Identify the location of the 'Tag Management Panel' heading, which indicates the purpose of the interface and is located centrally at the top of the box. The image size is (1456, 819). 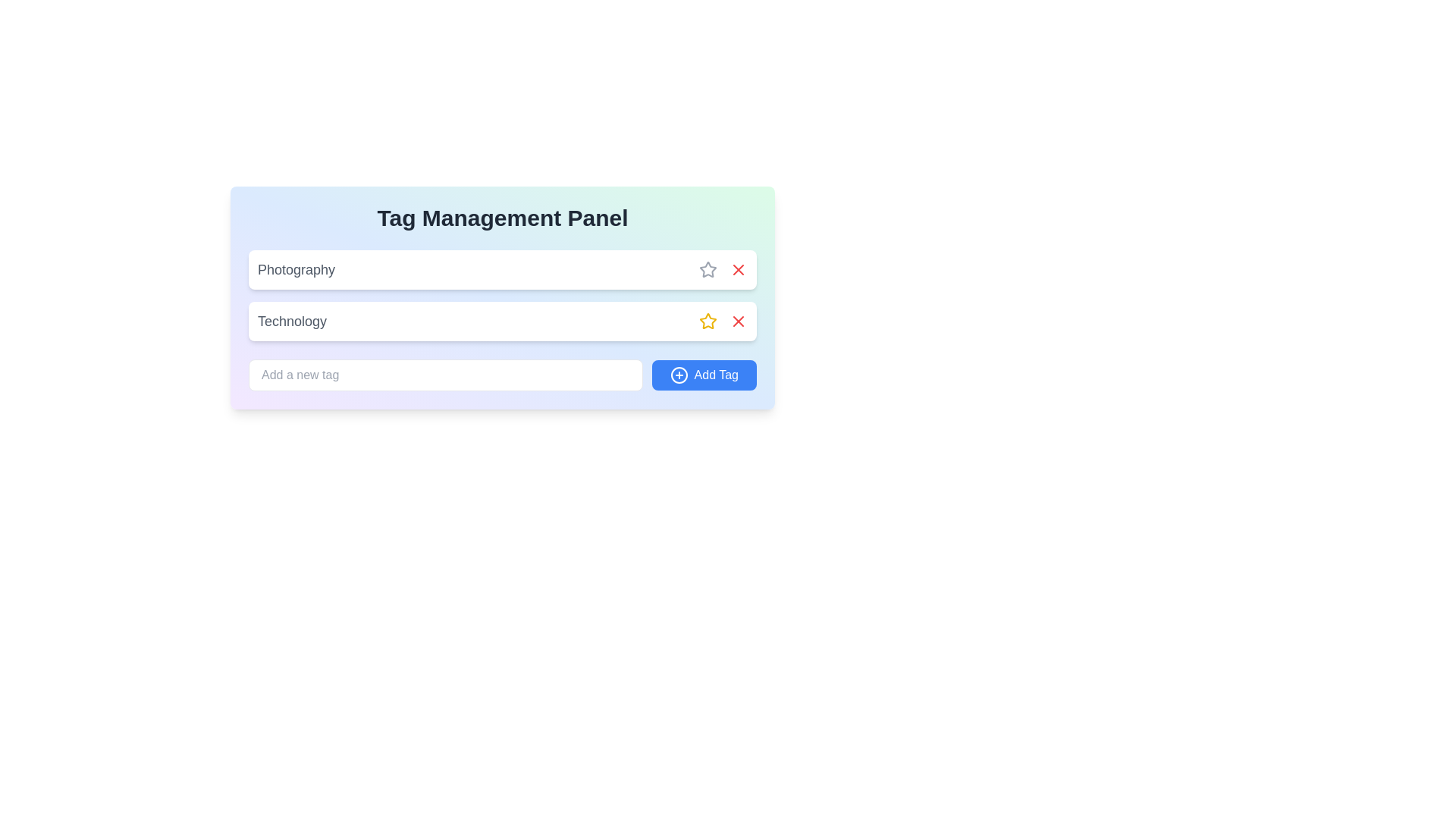
(502, 218).